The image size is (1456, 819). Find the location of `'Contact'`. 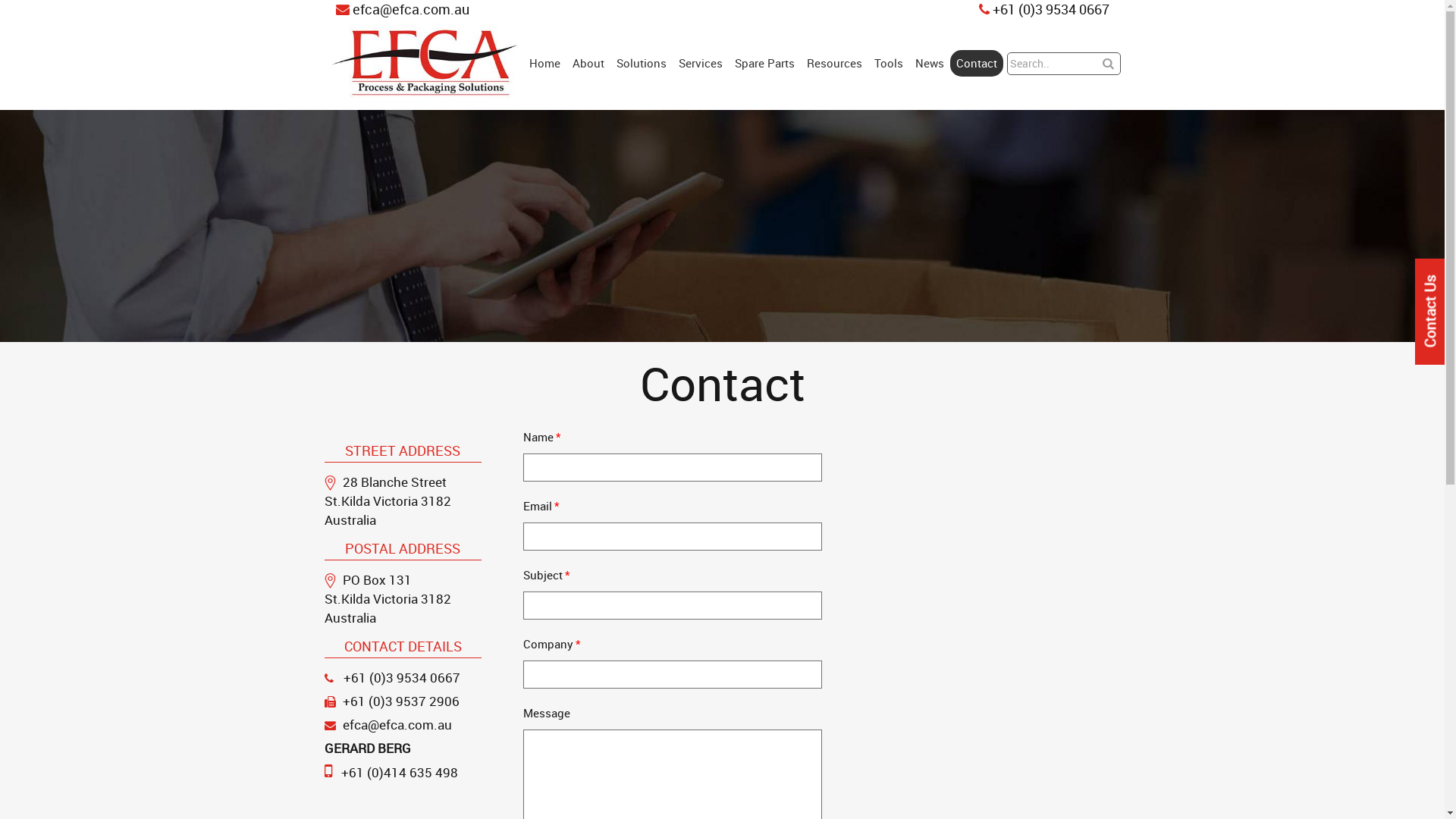

'Contact' is located at coordinates (949, 62).